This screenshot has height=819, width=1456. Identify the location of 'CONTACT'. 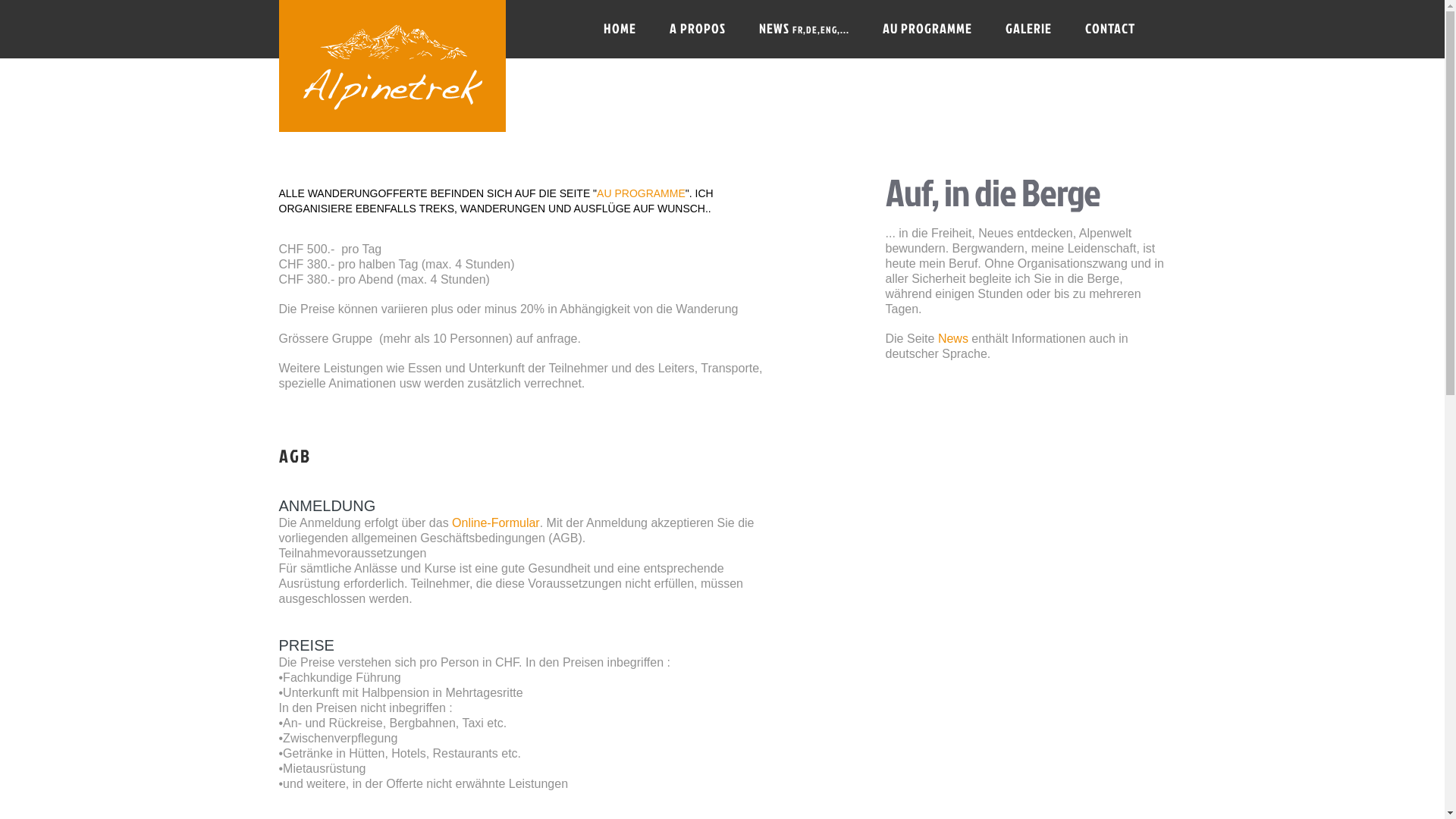
(1109, 29).